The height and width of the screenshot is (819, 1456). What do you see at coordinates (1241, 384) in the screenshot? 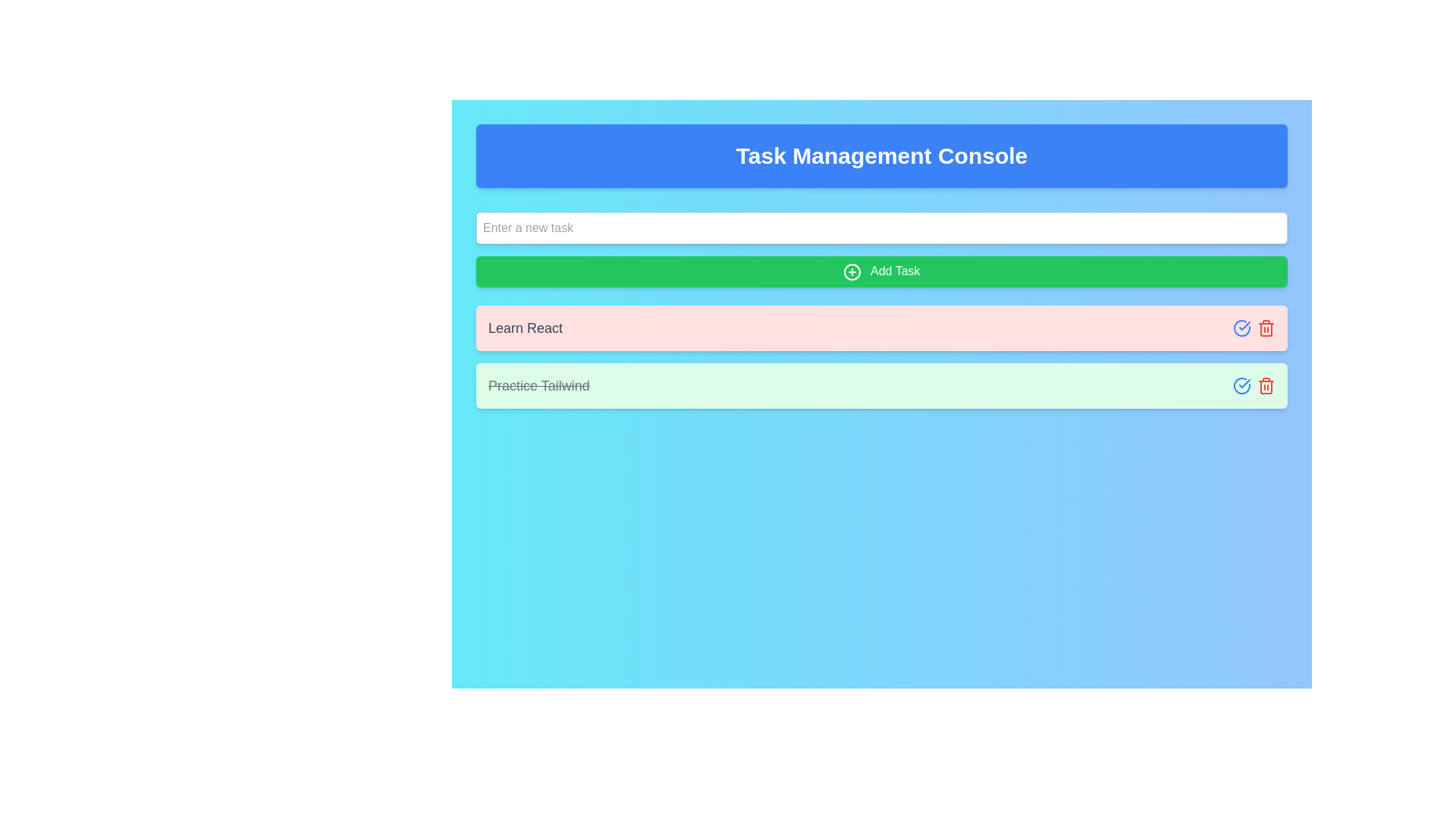
I see `the circular button with a blue outline and checkmark in the center to mark the 'Practice Tailwind' task as completed` at bounding box center [1241, 384].